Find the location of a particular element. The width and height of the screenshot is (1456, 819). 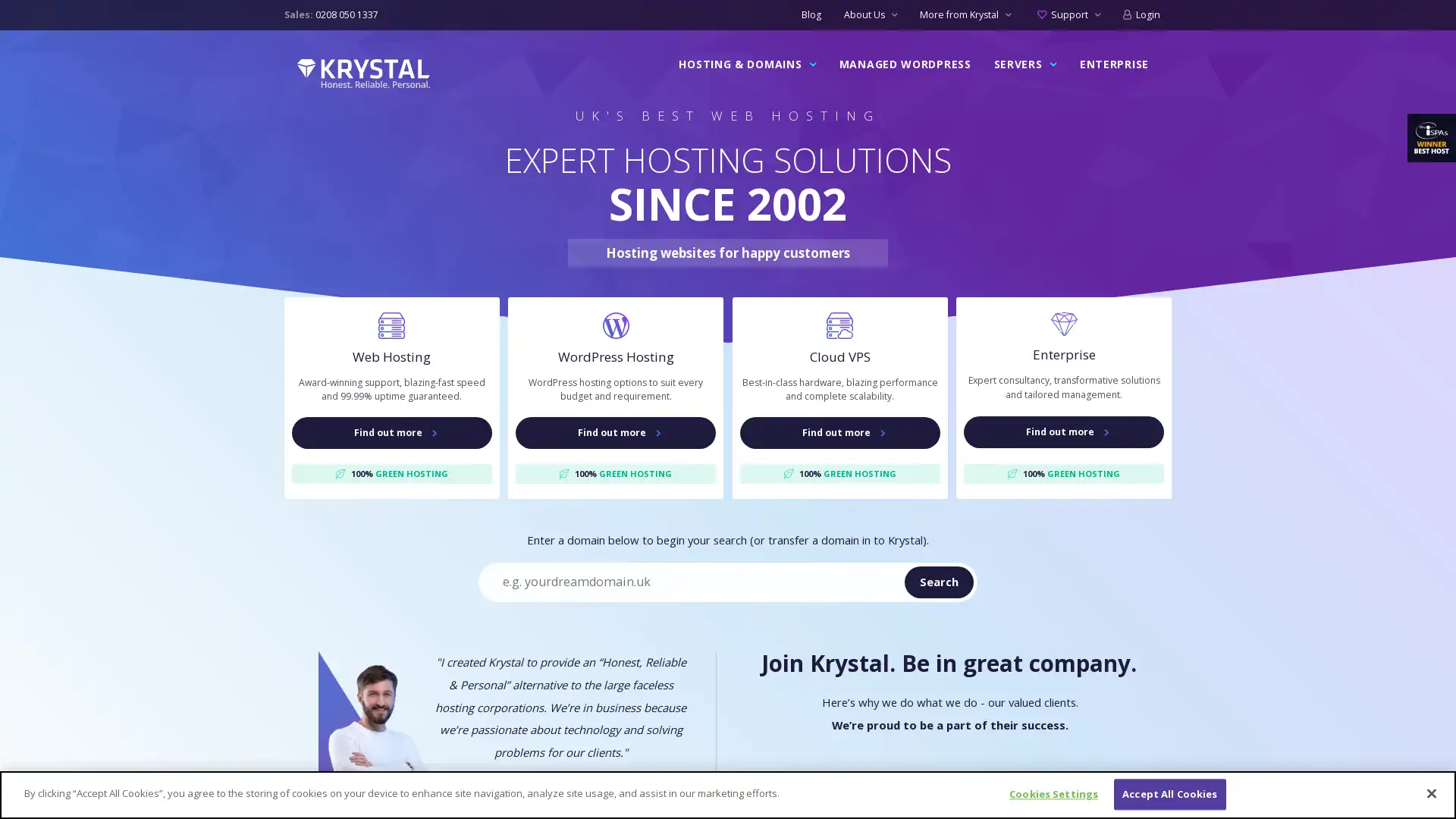

Accept All Cookies is located at coordinates (1169, 793).